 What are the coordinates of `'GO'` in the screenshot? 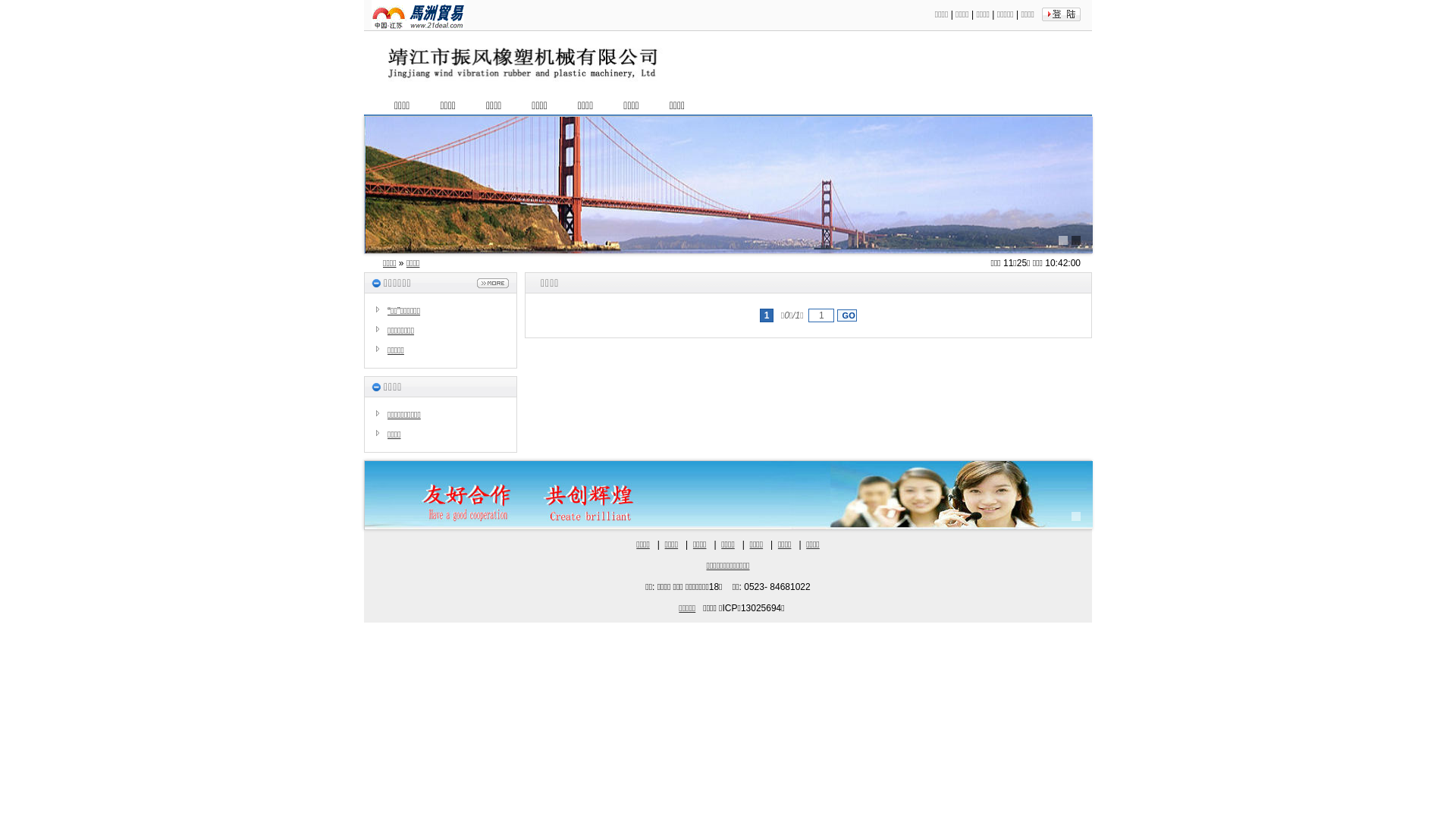 It's located at (836, 315).